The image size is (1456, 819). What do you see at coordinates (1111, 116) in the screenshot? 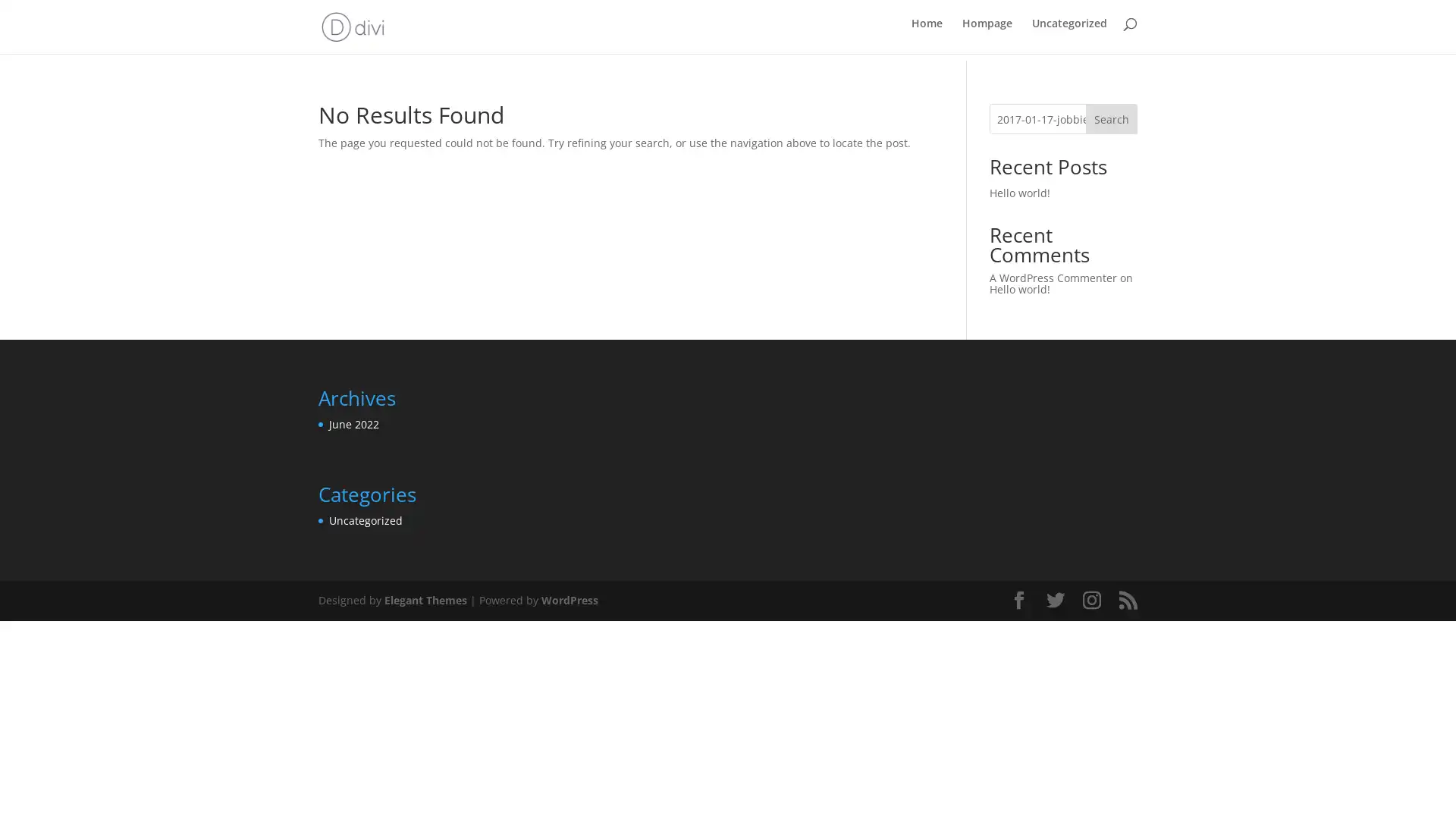
I see `Search` at bounding box center [1111, 116].